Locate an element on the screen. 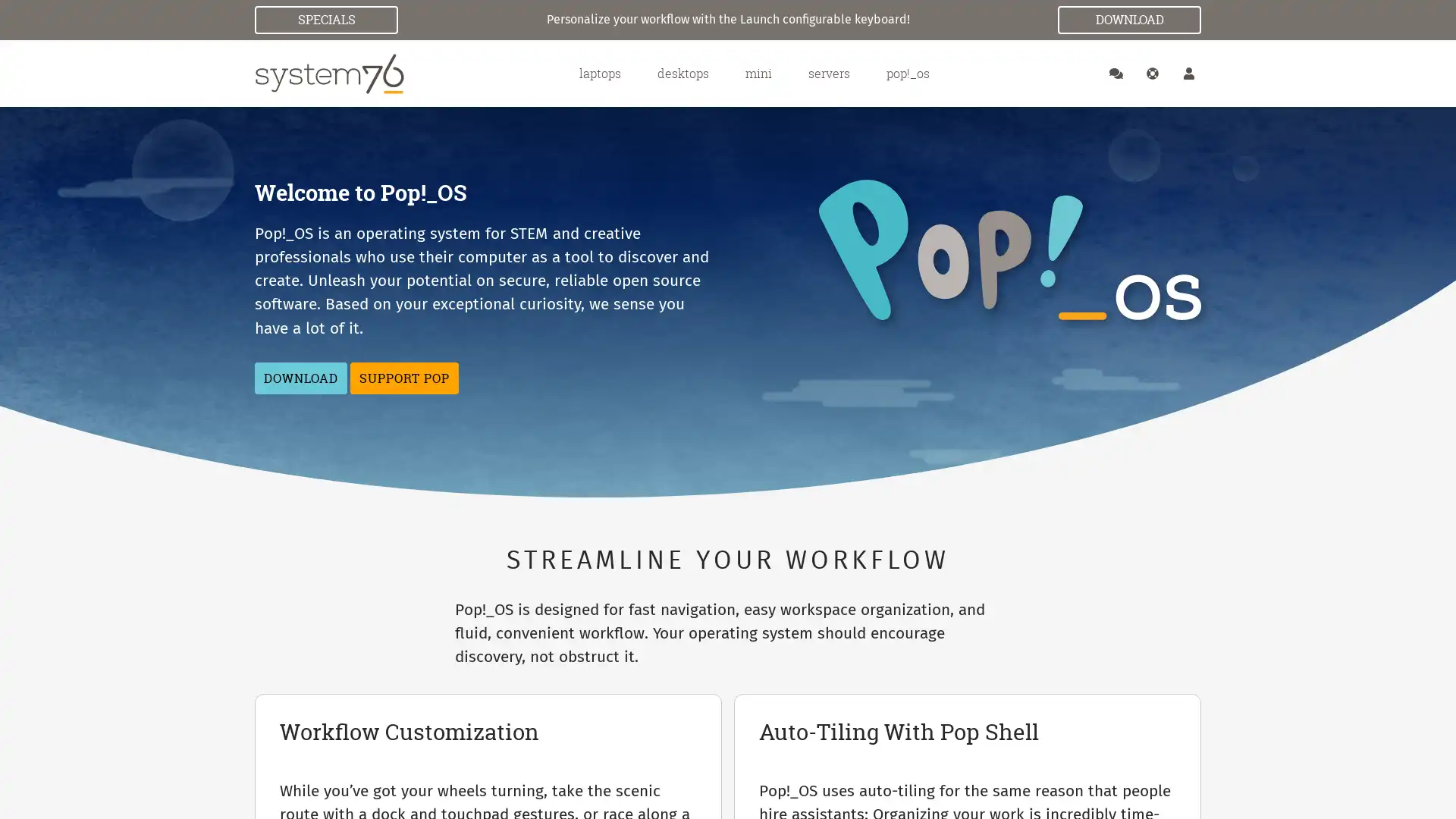  DOWNLOAD is located at coordinates (300, 377).